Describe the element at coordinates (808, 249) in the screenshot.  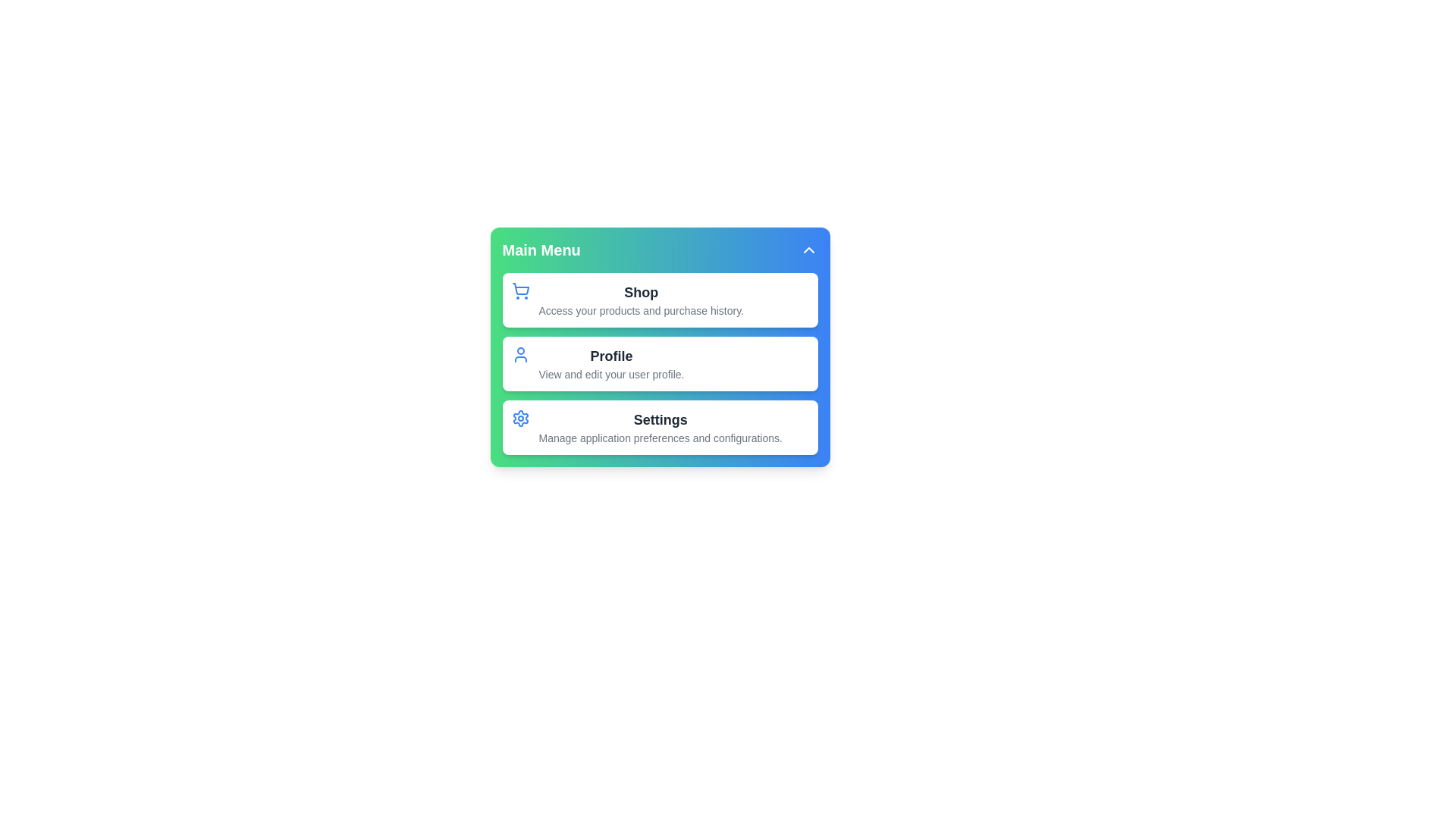
I see `the chevron icon button to toggle the menu expansion` at that location.